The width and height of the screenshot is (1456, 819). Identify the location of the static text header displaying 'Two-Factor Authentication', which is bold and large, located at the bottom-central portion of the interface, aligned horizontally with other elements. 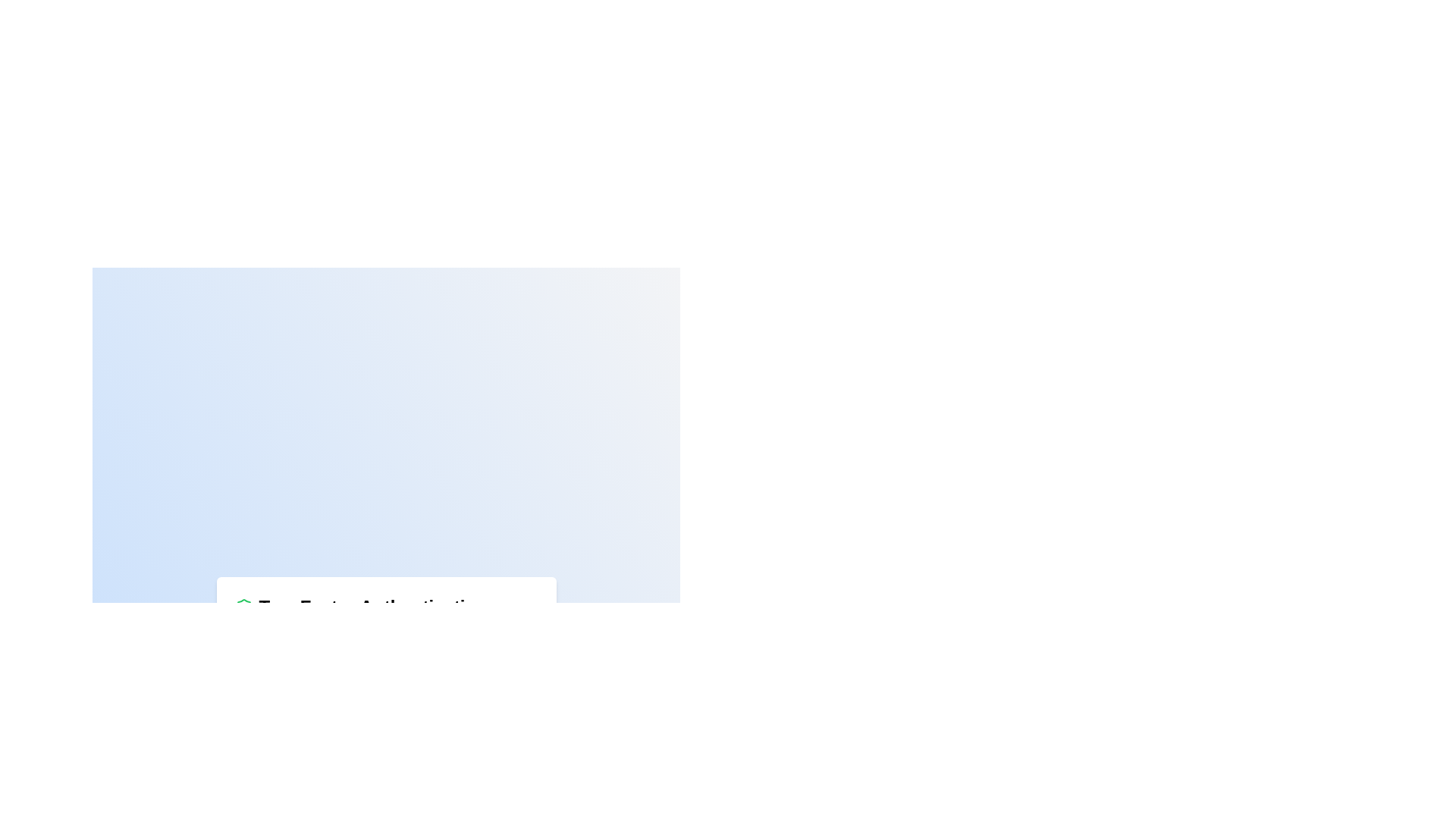
(373, 606).